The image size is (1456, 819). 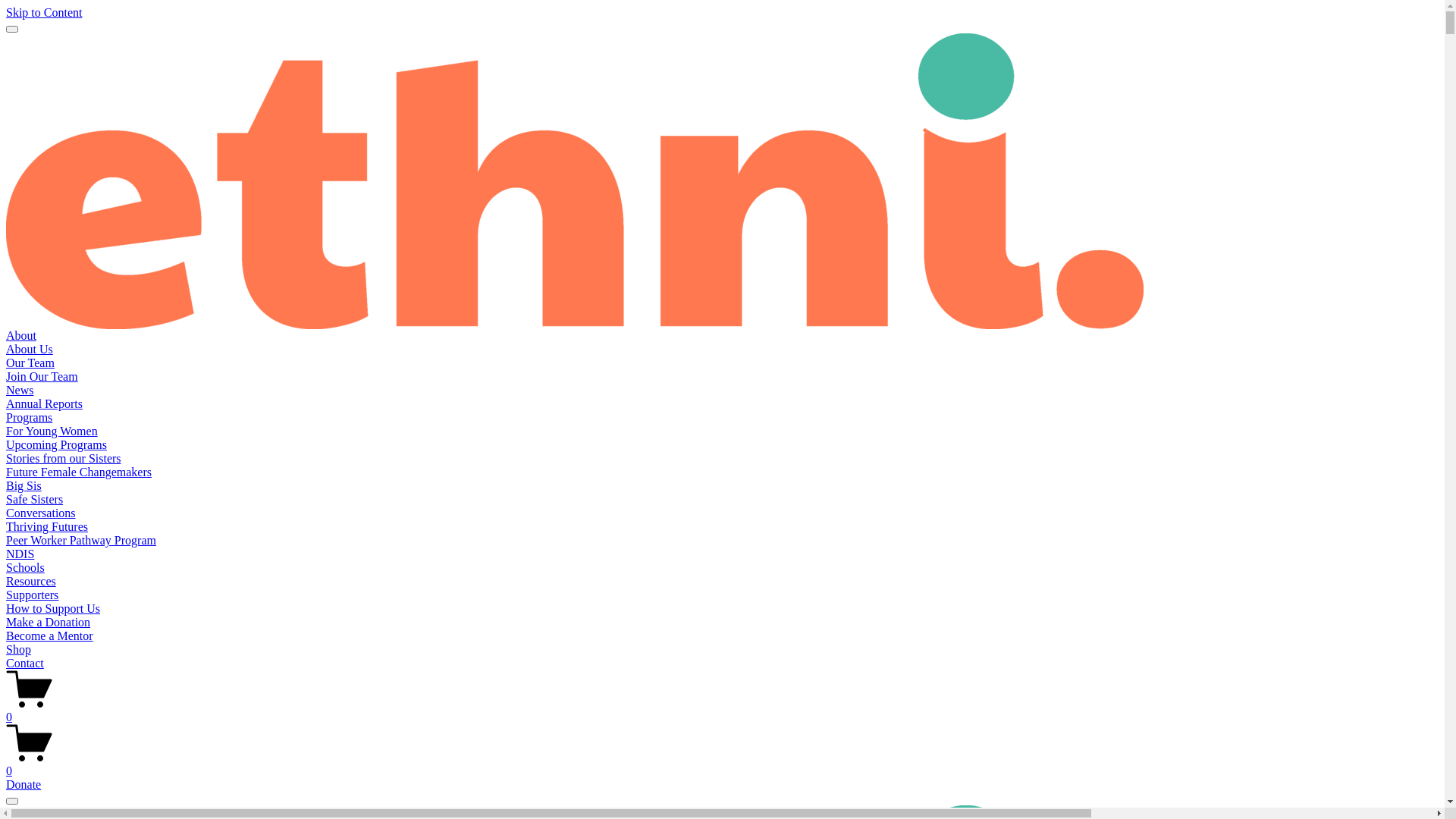 What do you see at coordinates (19, 389) in the screenshot?
I see `'News'` at bounding box center [19, 389].